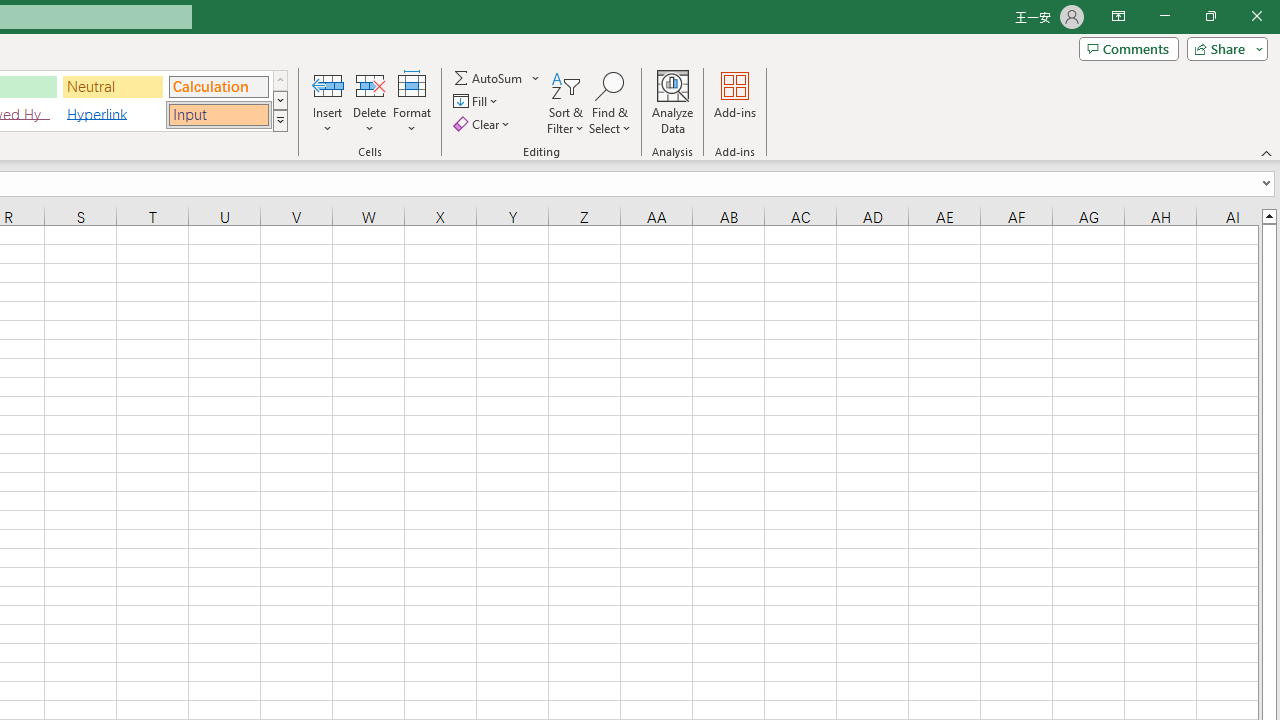  I want to click on 'AutoSum', so click(497, 77).